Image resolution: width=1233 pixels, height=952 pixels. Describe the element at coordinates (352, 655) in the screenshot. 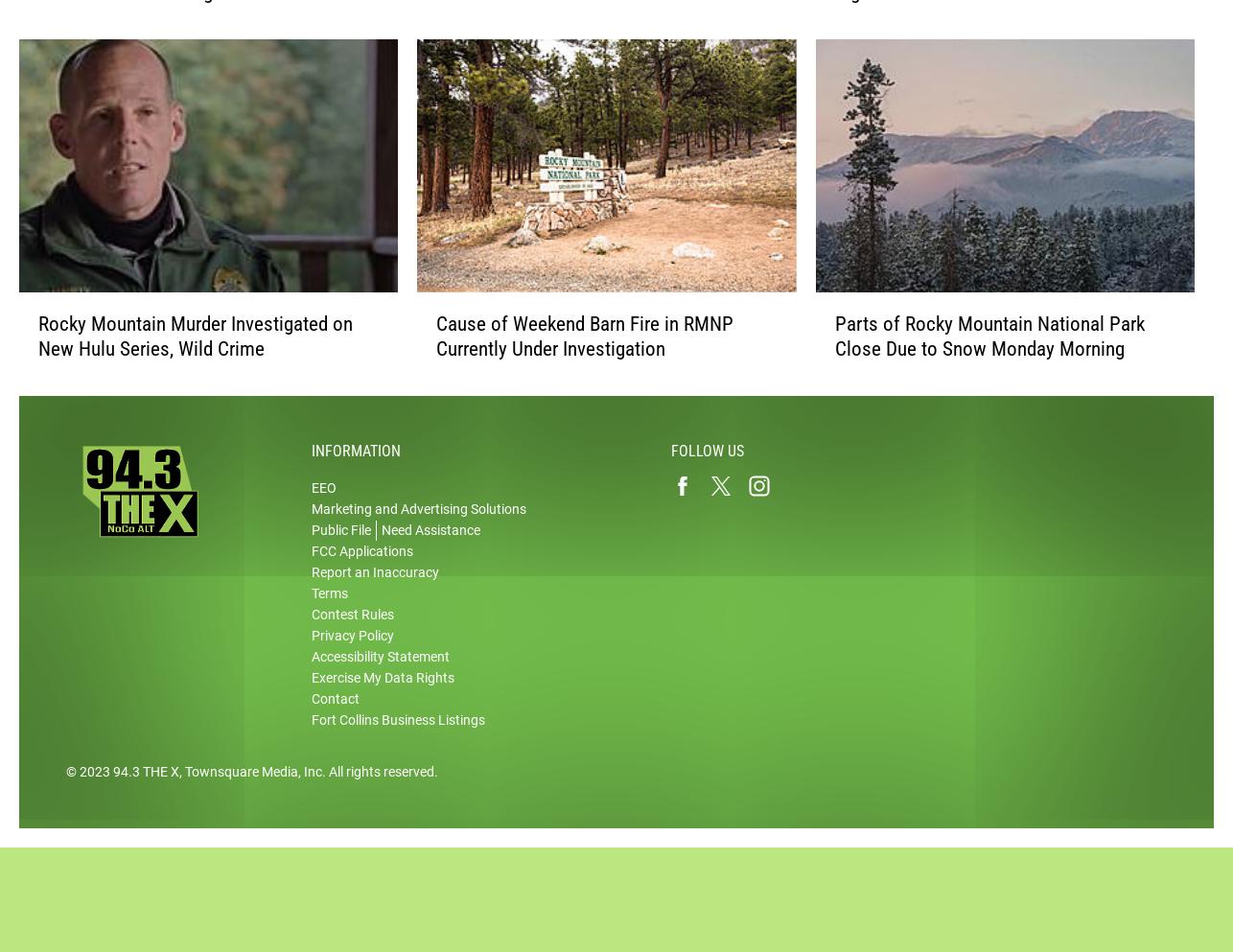

I see `'Privacy Policy'` at that location.